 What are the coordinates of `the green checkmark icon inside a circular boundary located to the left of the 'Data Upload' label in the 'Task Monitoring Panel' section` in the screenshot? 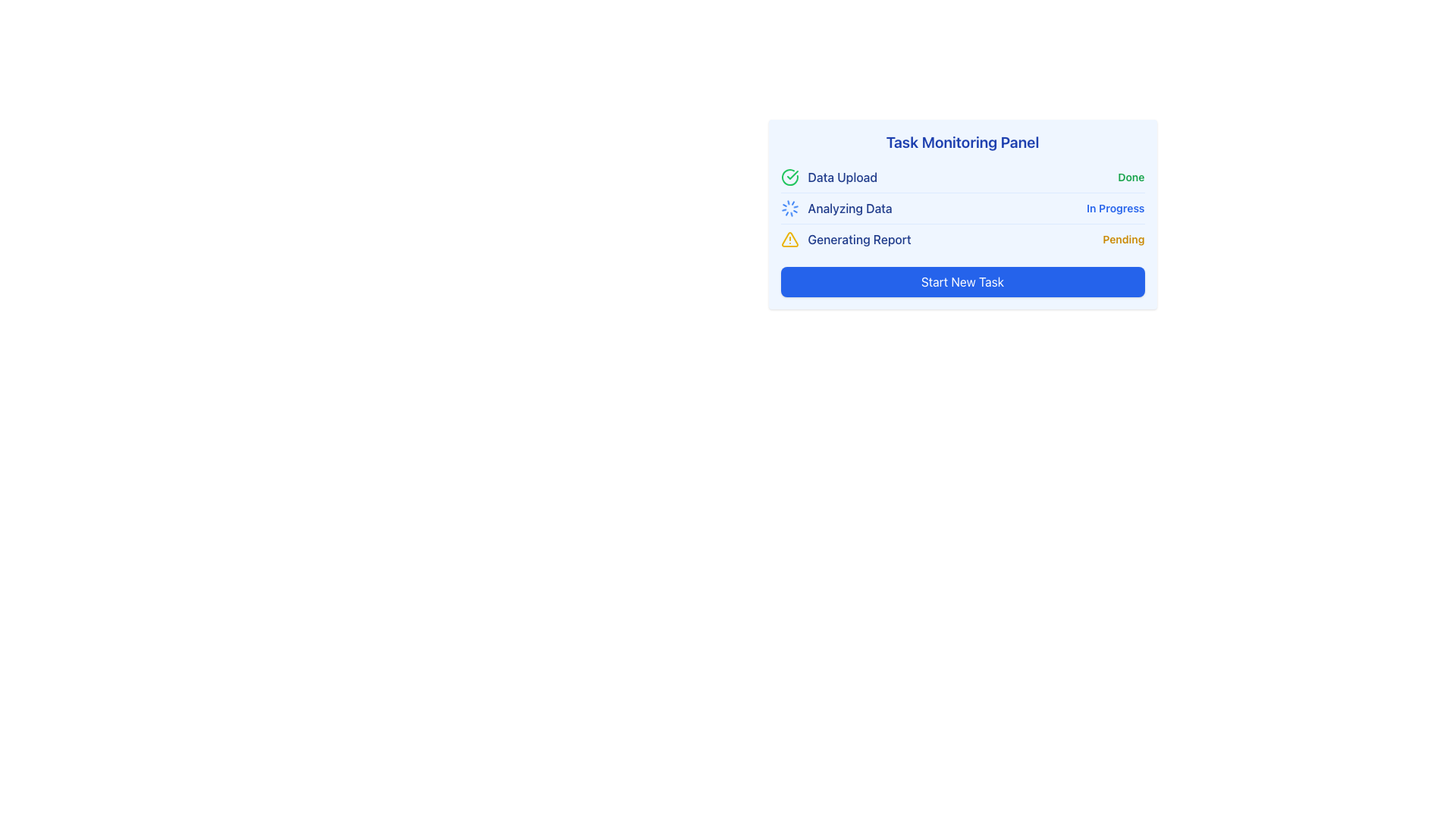 It's located at (792, 174).